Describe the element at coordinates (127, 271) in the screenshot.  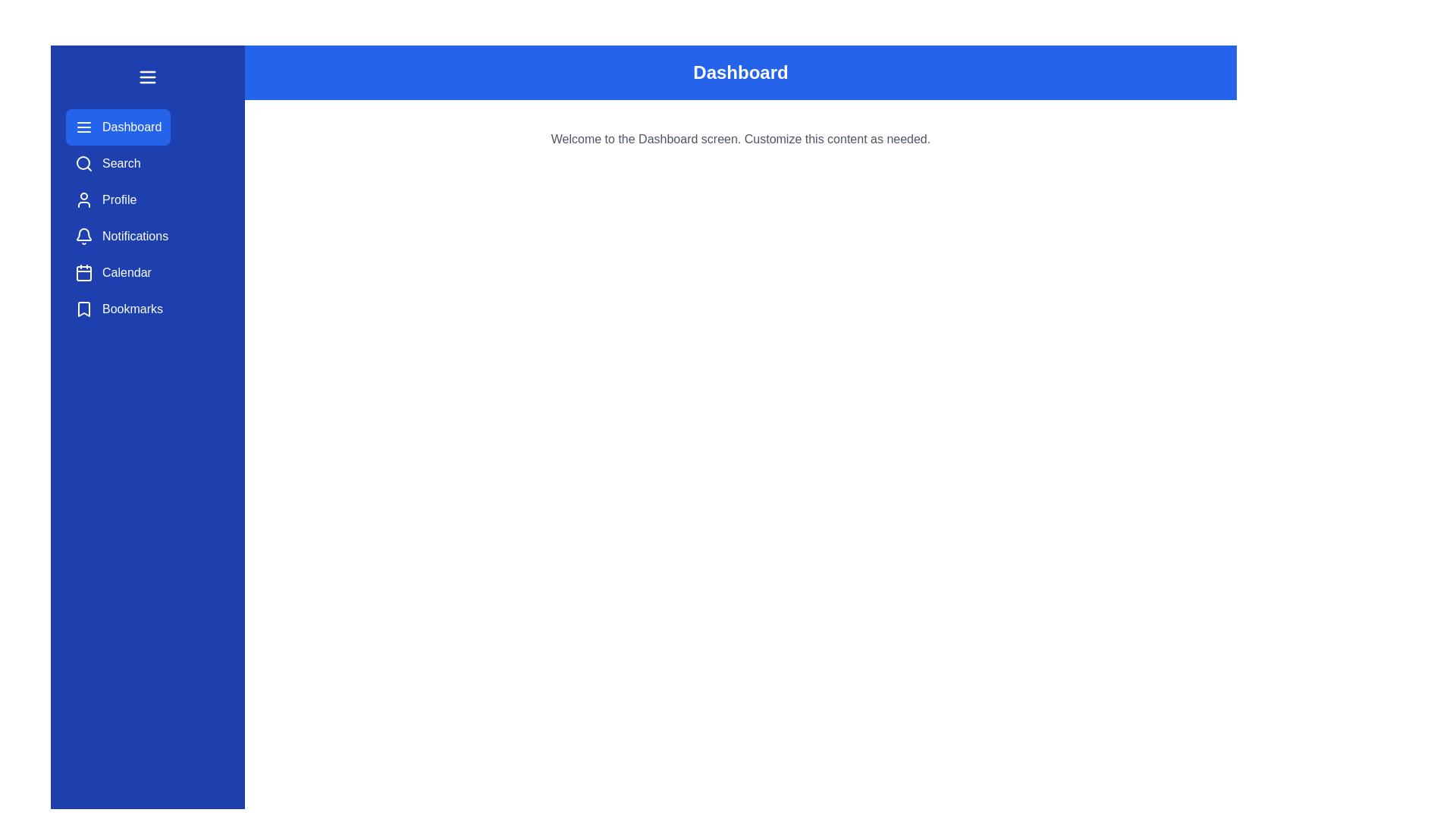
I see `'Calendar' text label located in the left vertical navigation bar, which is the fifth entry and is displayed in white font on a blue background` at that location.